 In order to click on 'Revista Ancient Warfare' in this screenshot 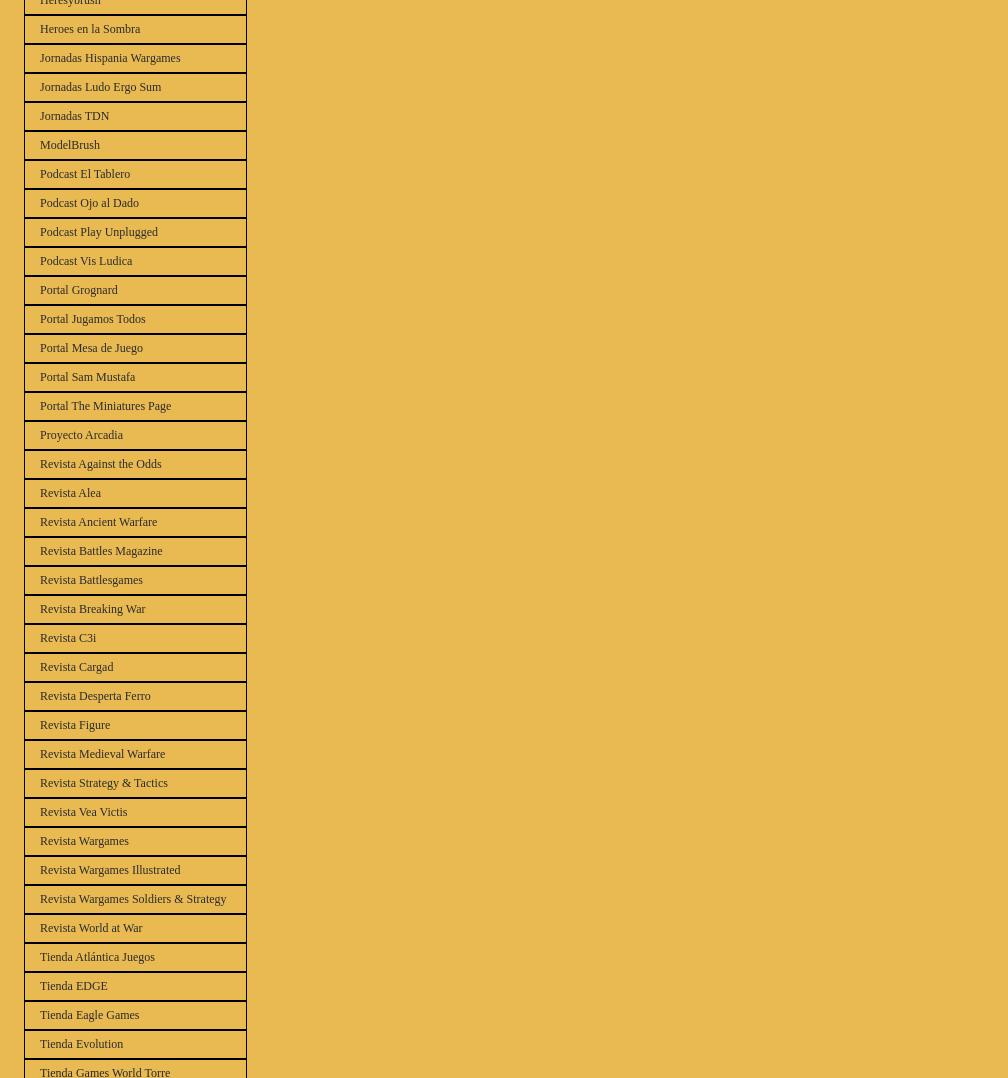, I will do `click(40, 521)`.